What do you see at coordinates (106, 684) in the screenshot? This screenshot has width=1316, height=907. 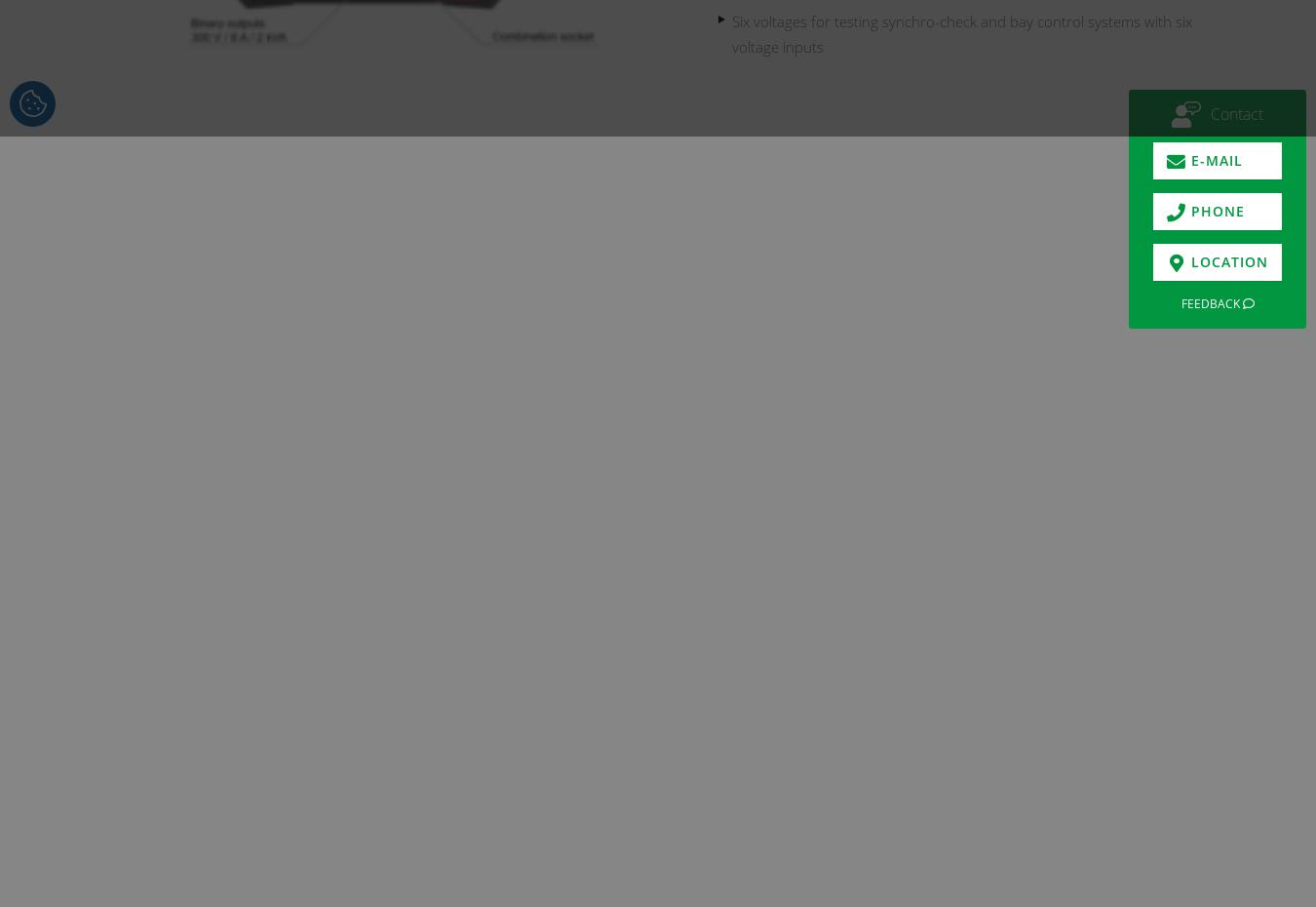 I see `'Use CMControl P App for quick and easy manual testing.'` at bounding box center [106, 684].